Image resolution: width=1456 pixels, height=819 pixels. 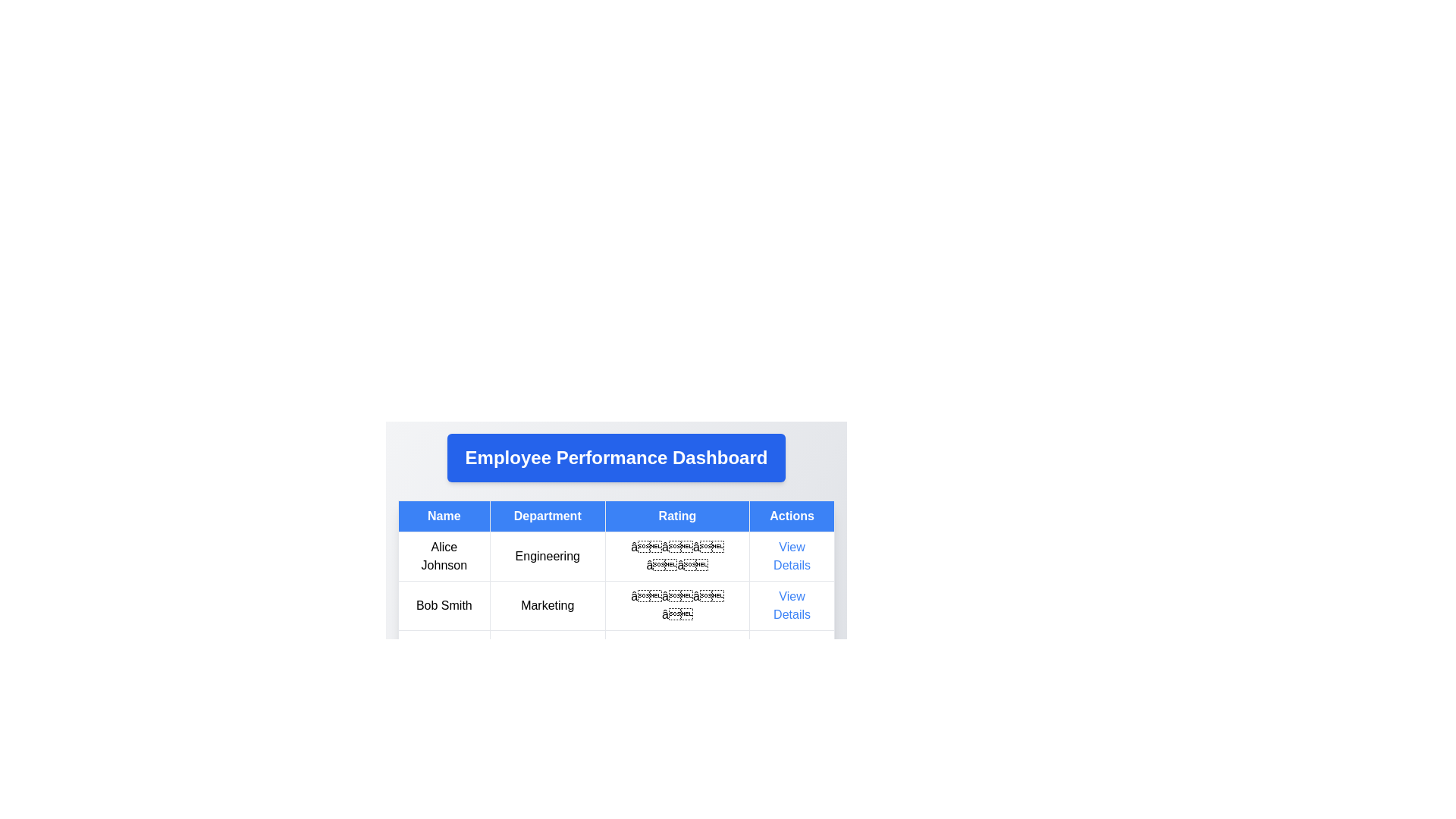 I want to click on the text label 'Bob Smith' located in the first column of the second row of the table, which is styled in bold black font and is part of the 'Name' column, so click(x=443, y=604).